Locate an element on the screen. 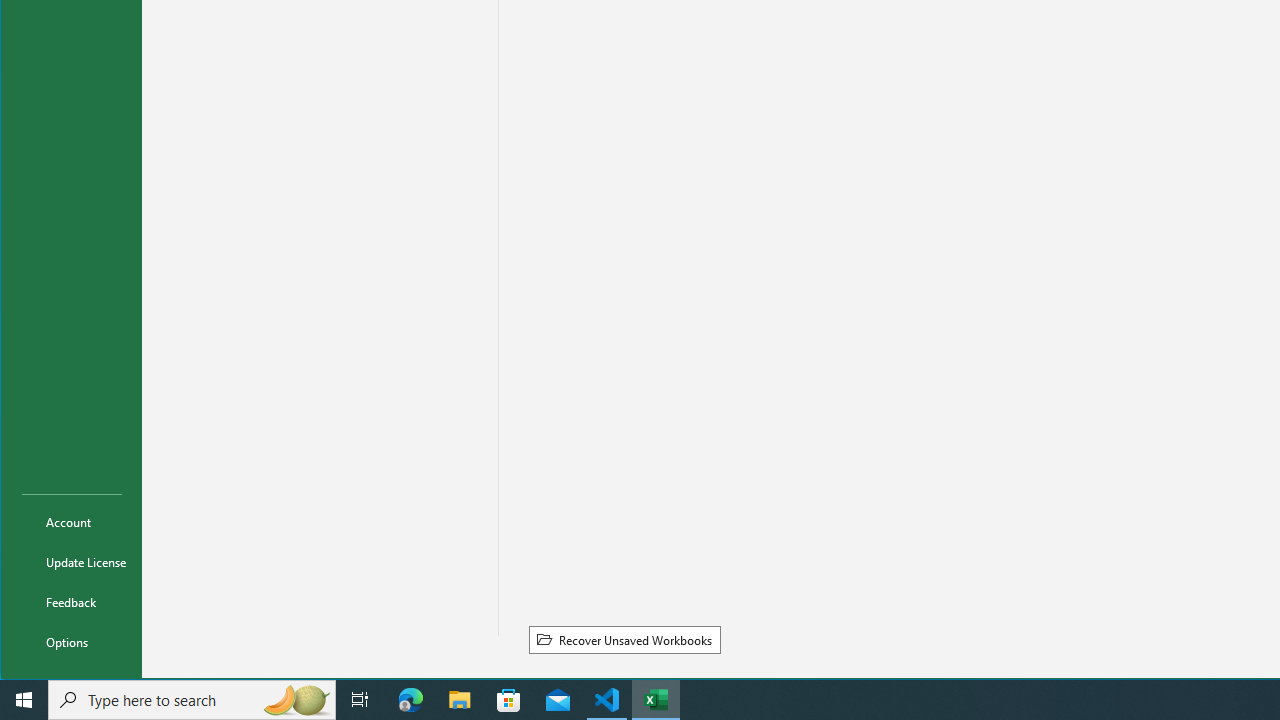 Image resolution: width=1280 pixels, height=720 pixels. 'Microsoft Store' is located at coordinates (509, 698).